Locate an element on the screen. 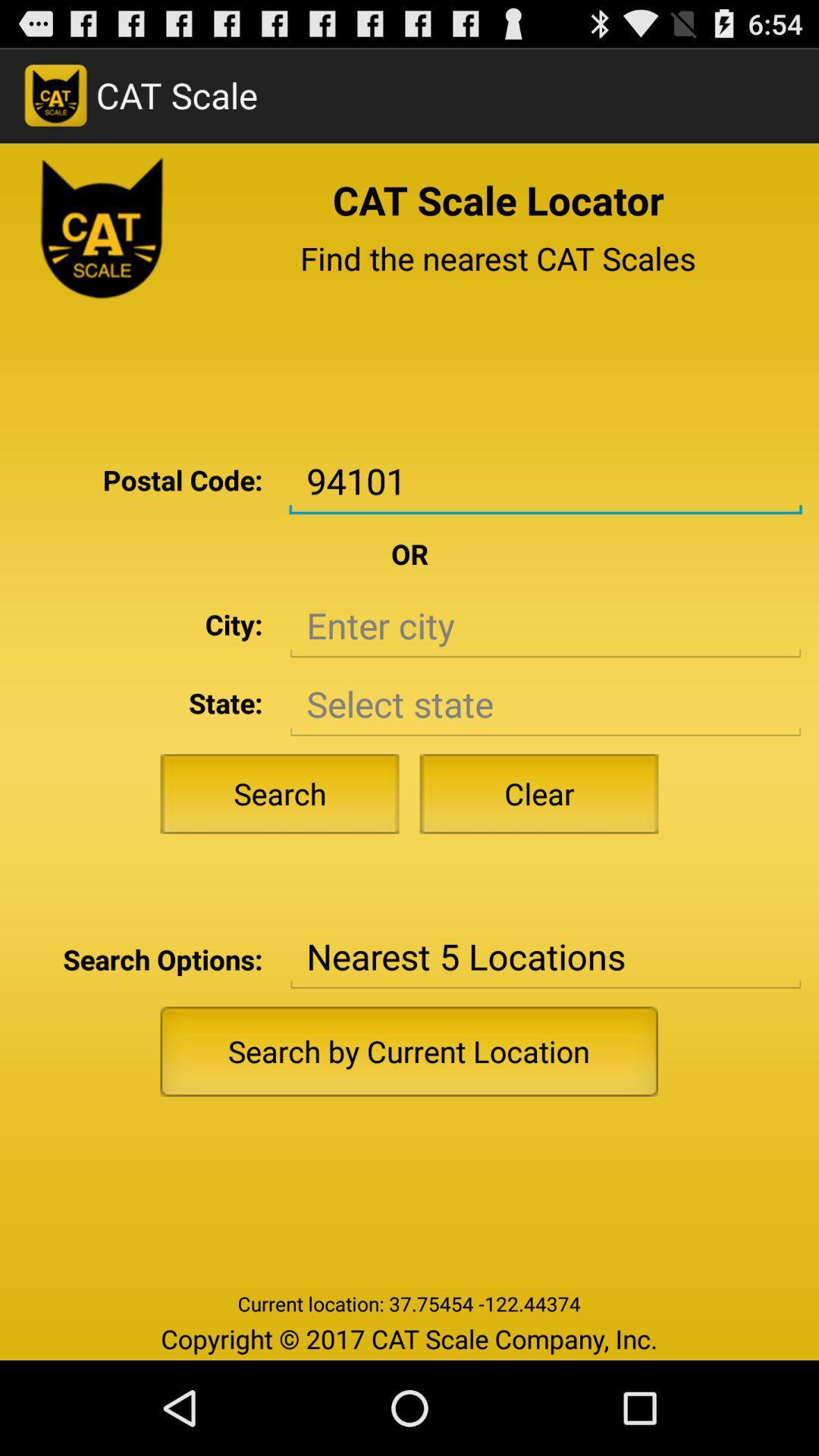 This screenshot has width=819, height=1456. city name is located at coordinates (544, 626).